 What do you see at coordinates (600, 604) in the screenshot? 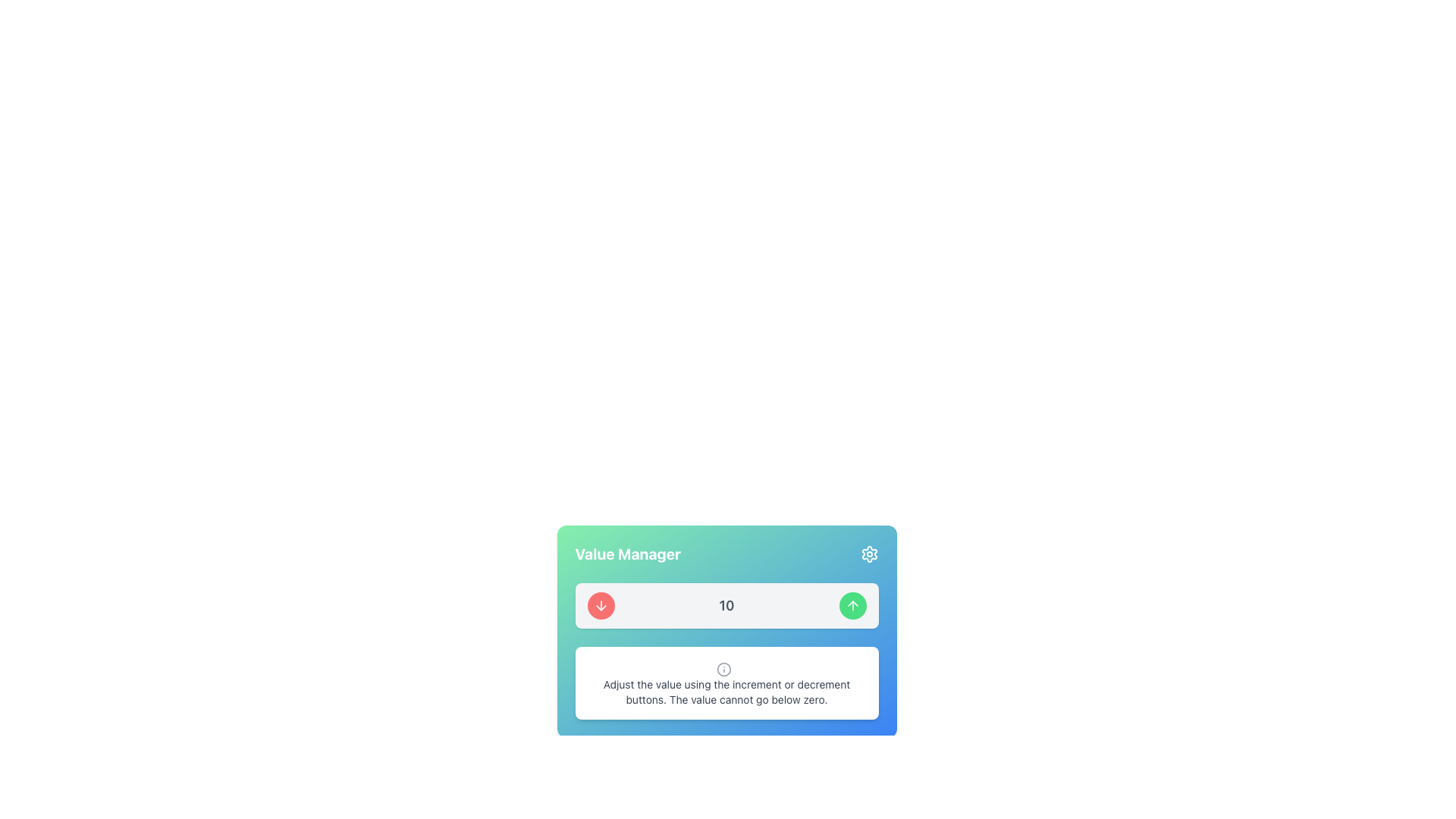
I see `the red circular button with a downward-pointing arrow icon to decrease the associated value` at bounding box center [600, 604].